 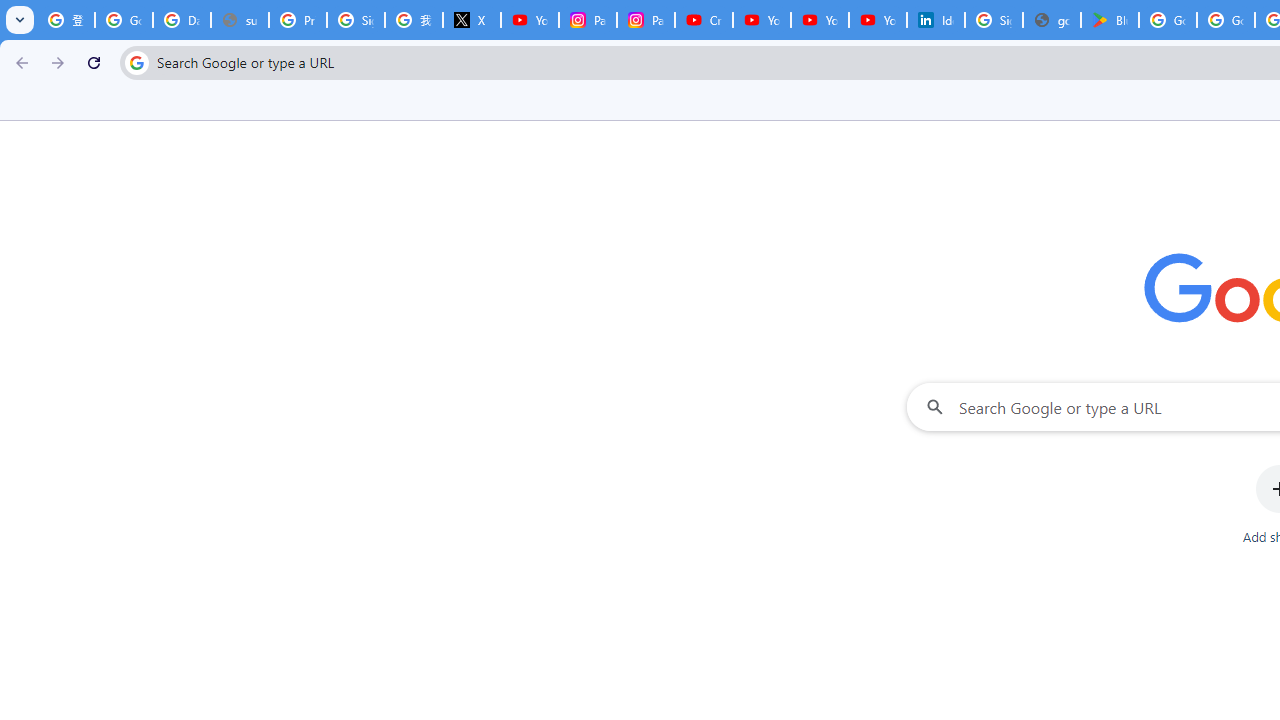 What do you see at coordinates (993, 20) in the screenshot?
I see `'Sign in - Google Accounts'` at bounding box center [993, 20].